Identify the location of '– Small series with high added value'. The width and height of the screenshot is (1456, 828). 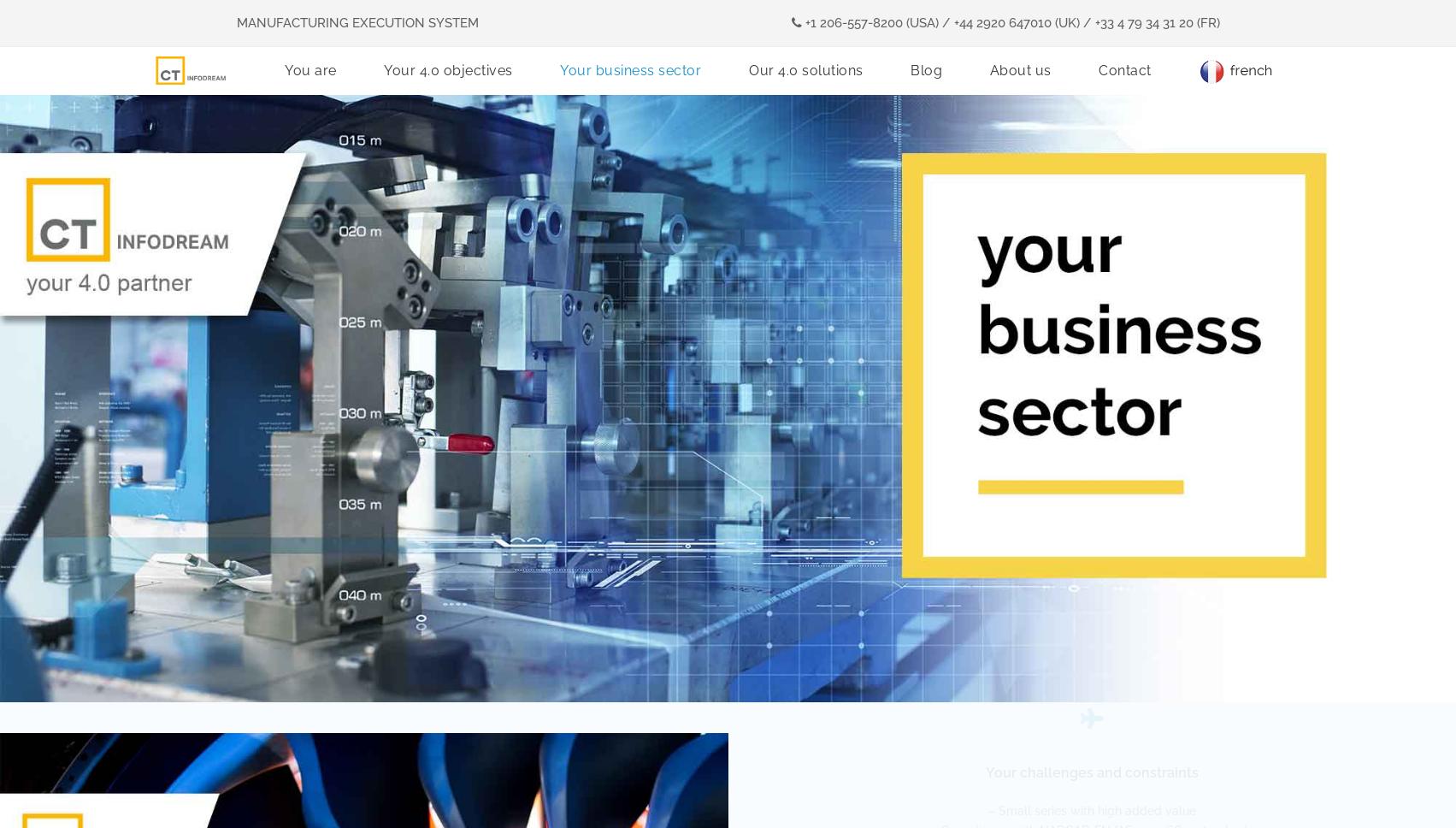
(1090, 809).